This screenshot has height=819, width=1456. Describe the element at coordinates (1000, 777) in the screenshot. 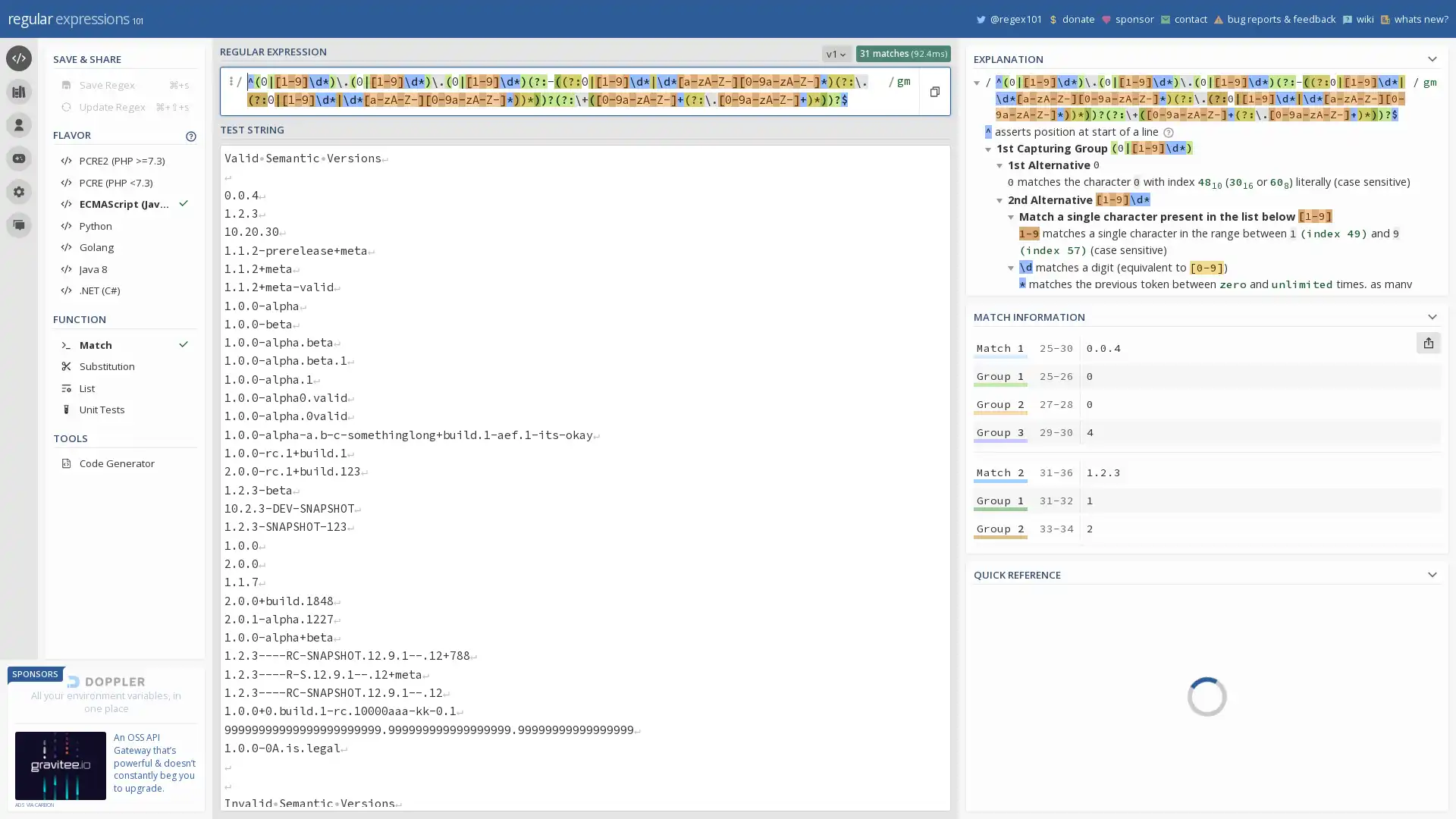

I see `Group 2` at that location.